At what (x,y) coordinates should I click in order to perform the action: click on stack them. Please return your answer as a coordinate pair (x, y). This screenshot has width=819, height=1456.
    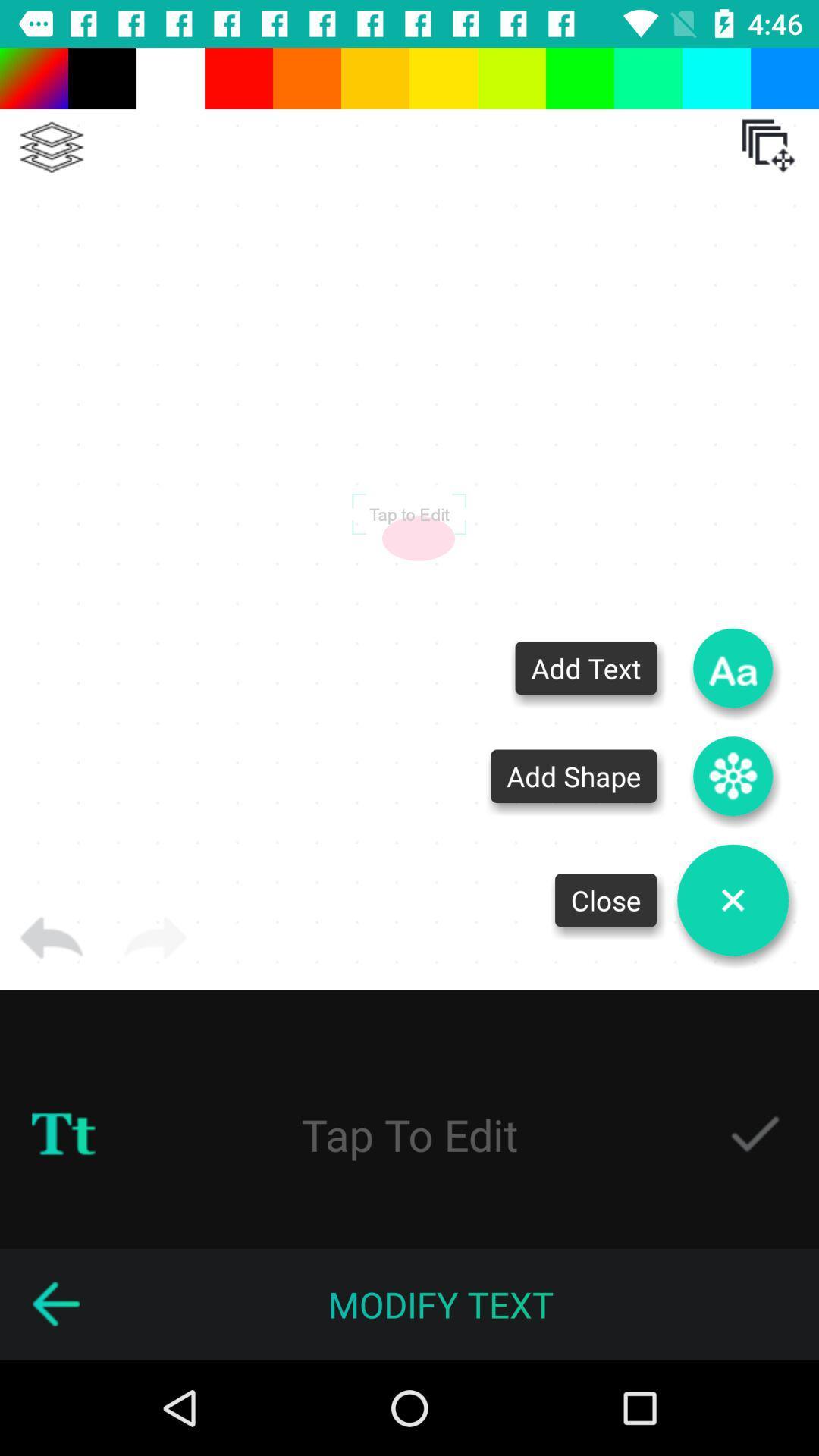
    Looking at the image, I should click on (51, 147).